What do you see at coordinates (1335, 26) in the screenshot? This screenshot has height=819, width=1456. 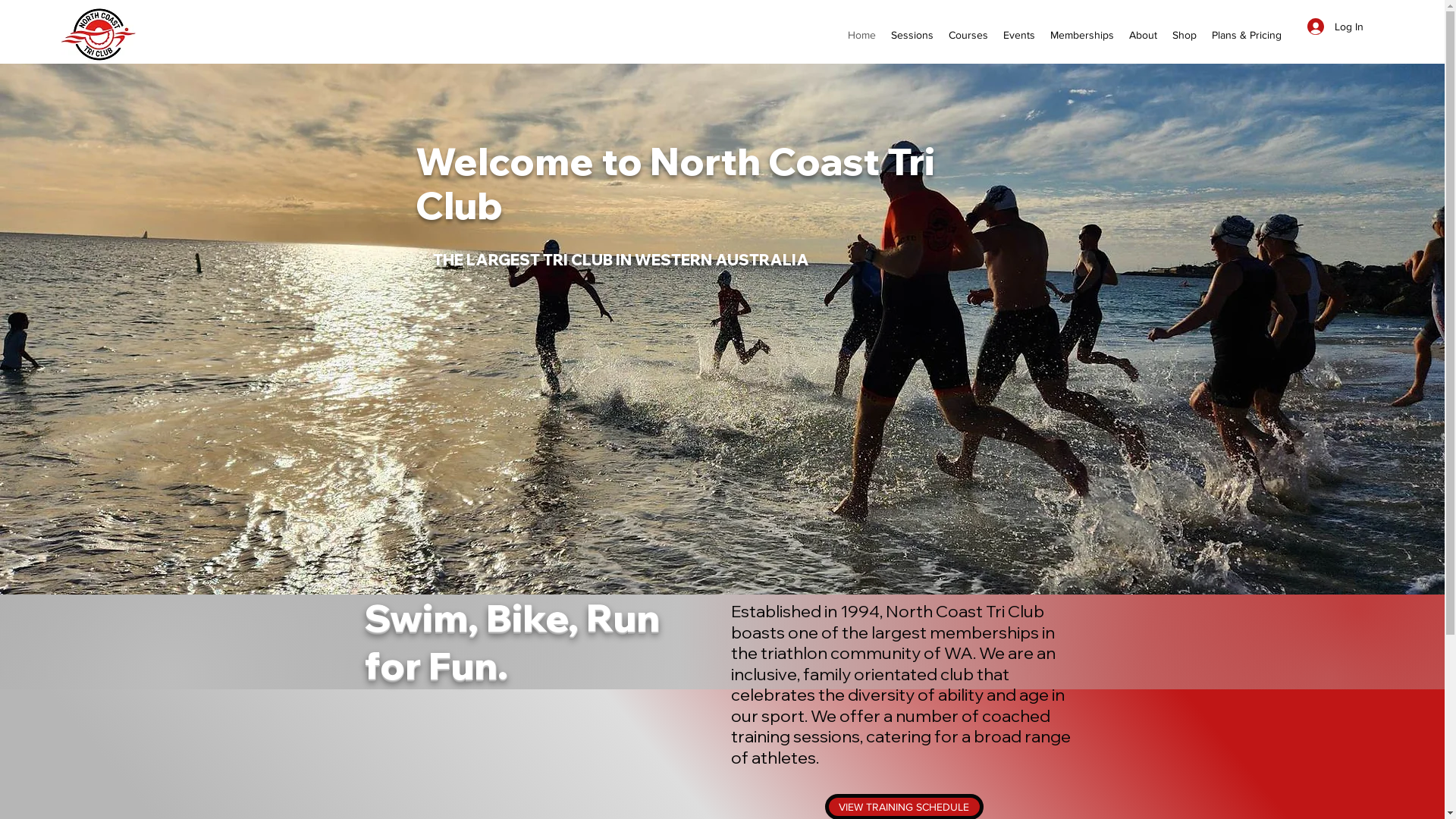 I see `'Log In'` at bounding box center [1335, 26].